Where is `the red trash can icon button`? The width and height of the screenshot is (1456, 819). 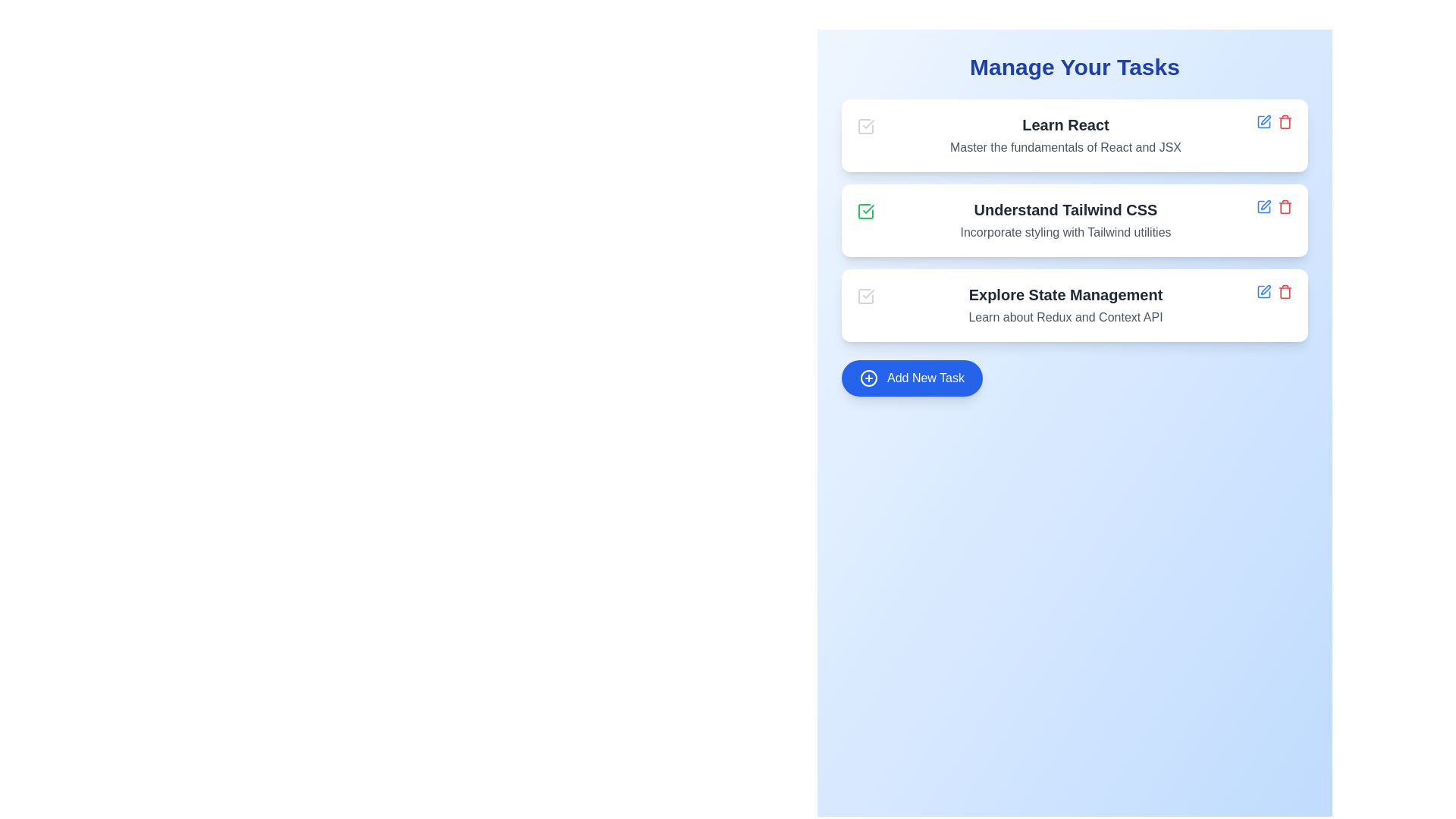 the red trash can icon button is located at coordinates (1284, 207).